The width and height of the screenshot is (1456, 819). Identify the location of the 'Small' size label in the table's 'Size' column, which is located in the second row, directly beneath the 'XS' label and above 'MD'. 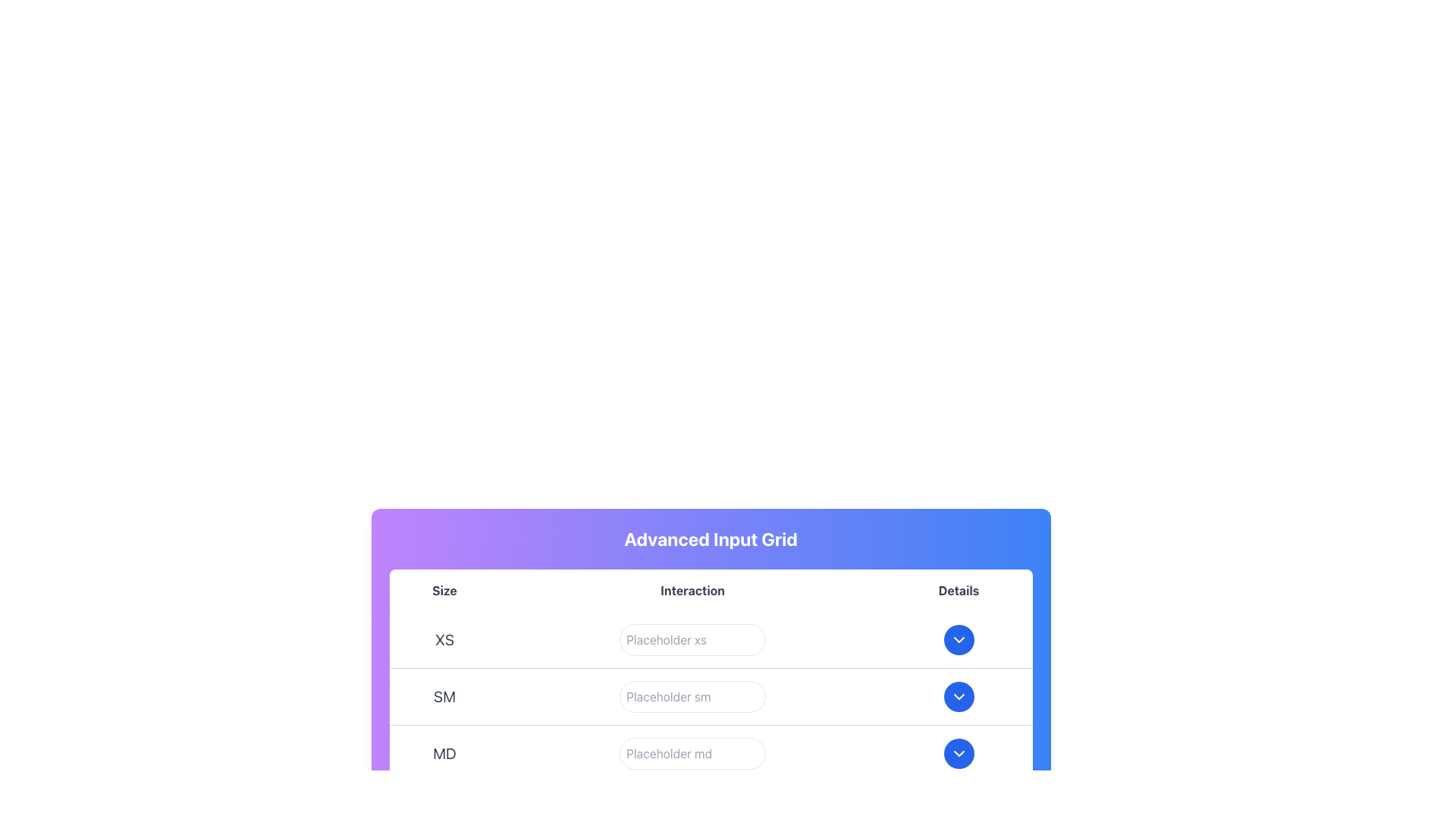
(444, 696).